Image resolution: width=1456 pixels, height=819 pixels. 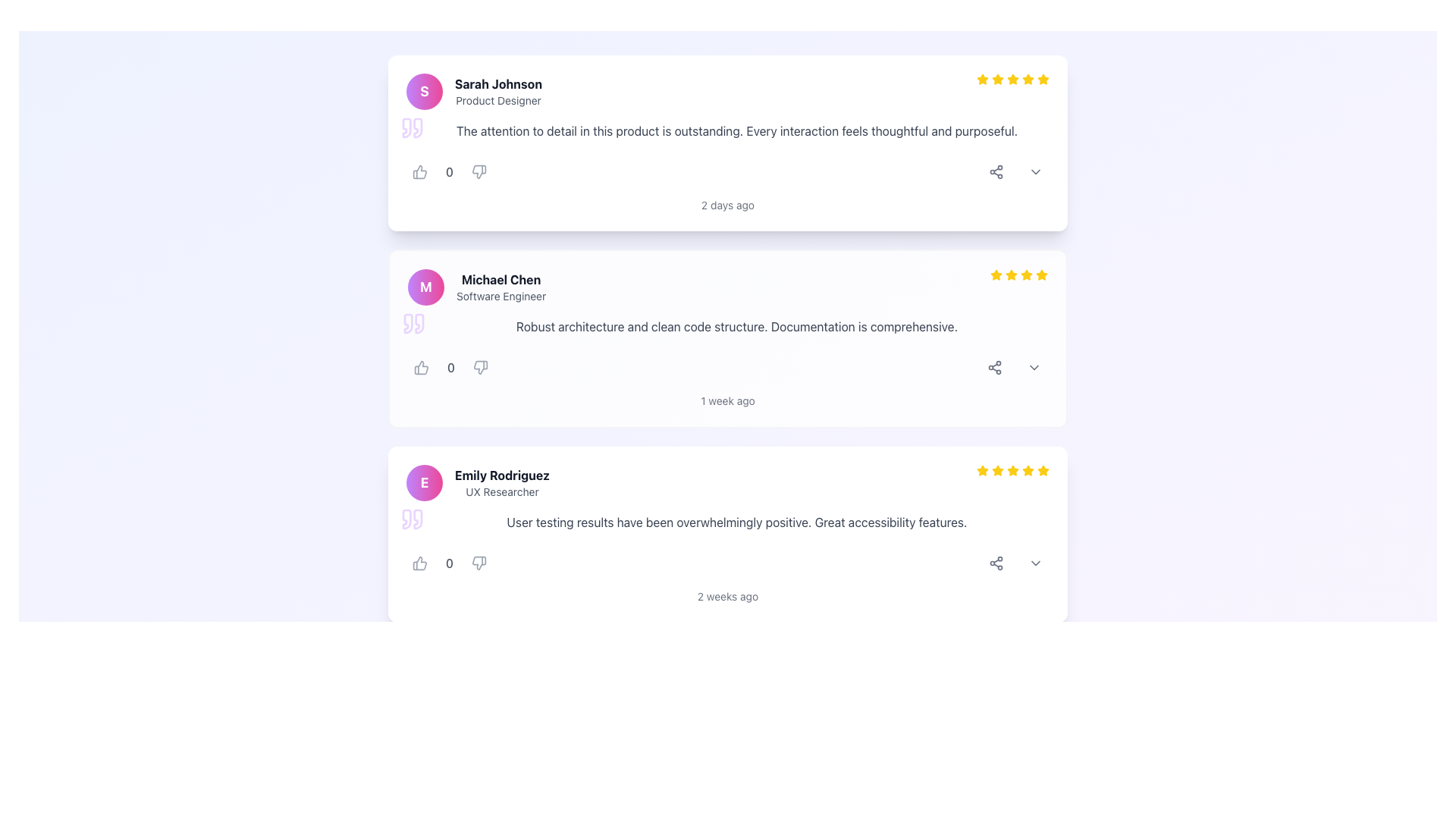 I want to click on the thumbs-up icon in the upvote area of the comment card layout, so click(x=421, y=368).